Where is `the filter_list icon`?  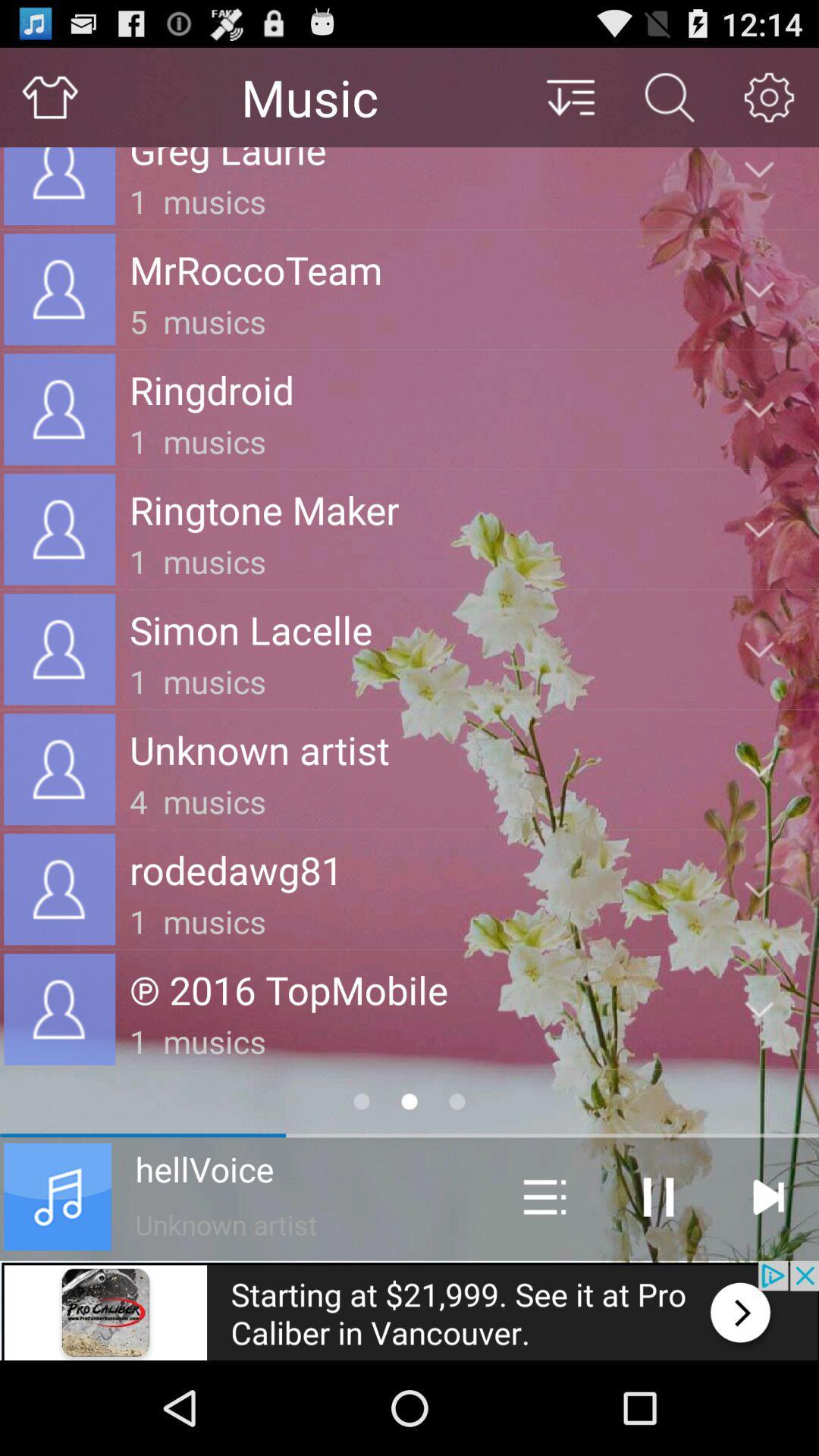
the filter_list icon is located at coordinates (570, 103).